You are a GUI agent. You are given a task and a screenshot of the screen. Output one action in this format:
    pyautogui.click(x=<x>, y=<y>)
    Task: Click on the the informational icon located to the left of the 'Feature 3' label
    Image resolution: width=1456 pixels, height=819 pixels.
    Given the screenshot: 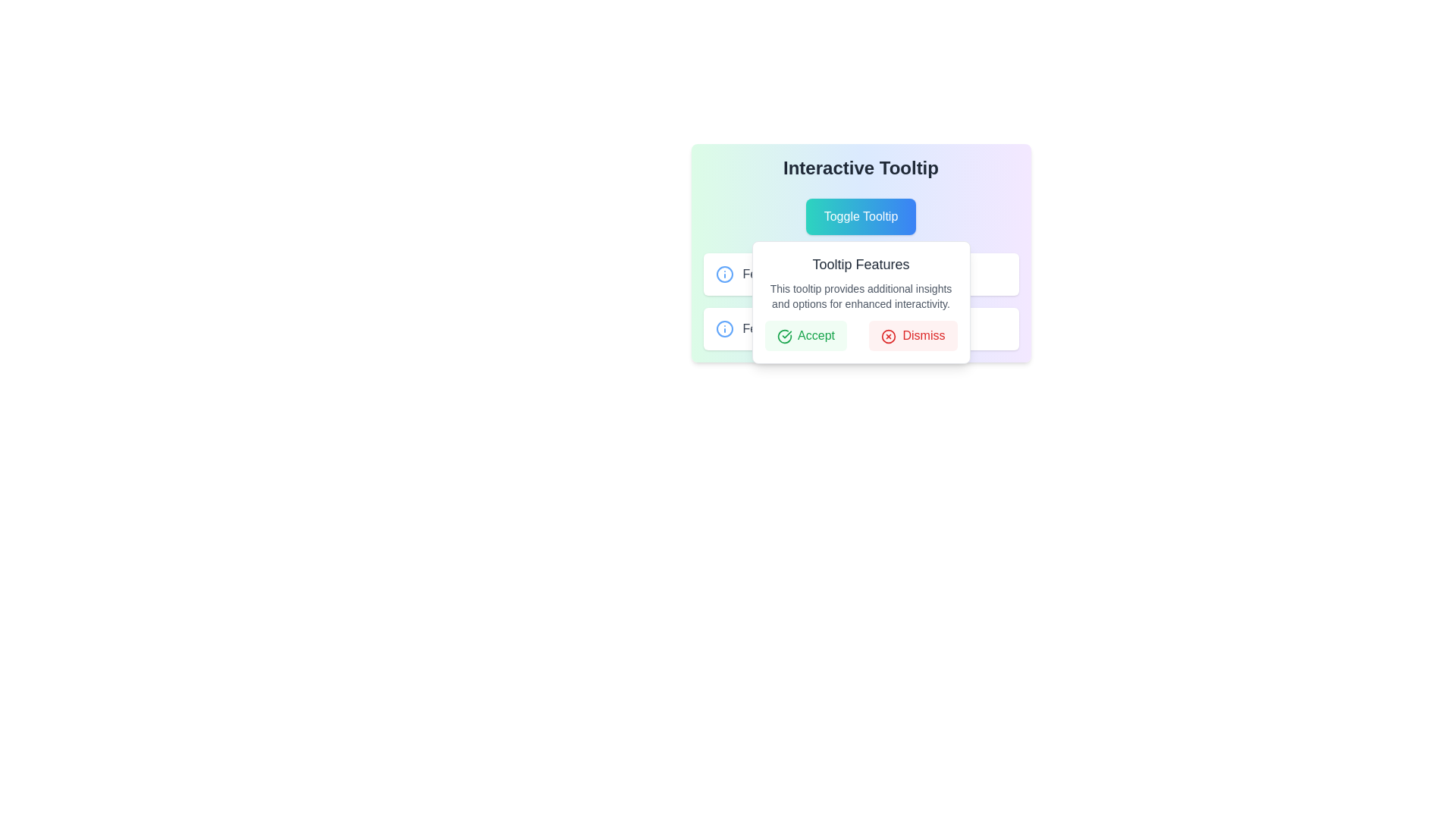 What is the action you would take?
    pyautogui.click(x=723, y=328)
    